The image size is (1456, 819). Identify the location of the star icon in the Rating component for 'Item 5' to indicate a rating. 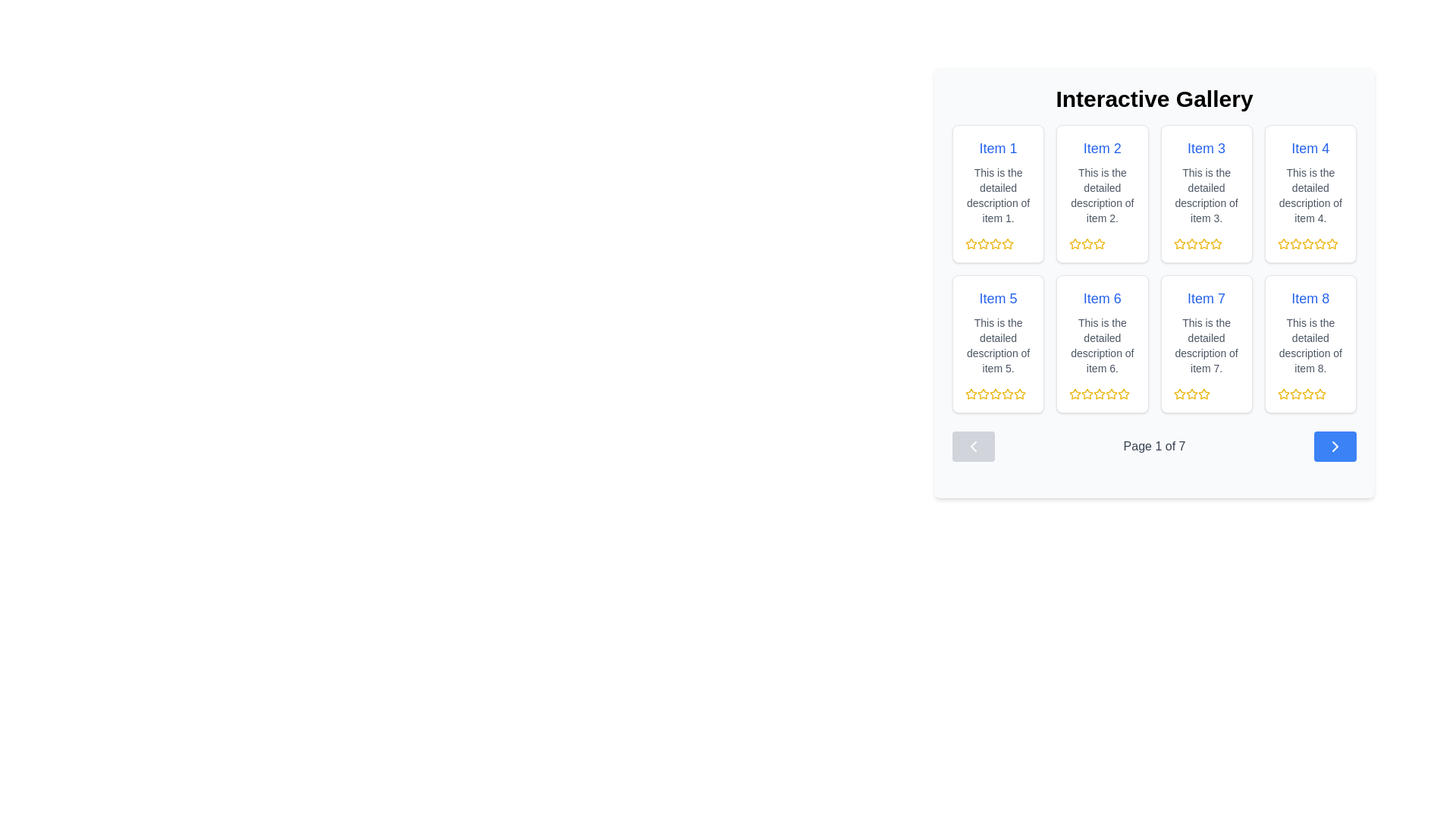
(998, 394).